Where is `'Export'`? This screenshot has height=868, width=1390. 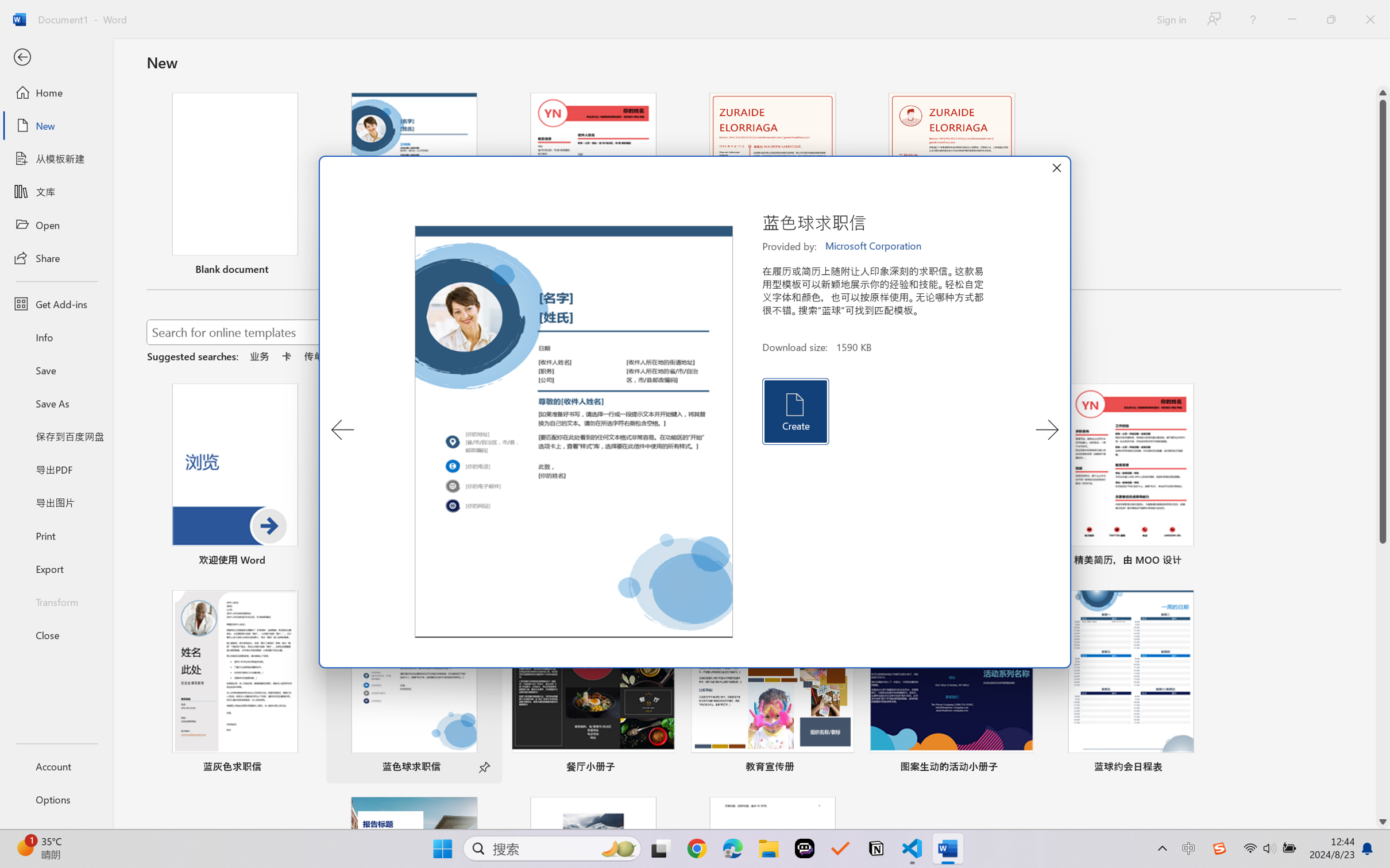 'Export' is located at coordinates (56, 568).